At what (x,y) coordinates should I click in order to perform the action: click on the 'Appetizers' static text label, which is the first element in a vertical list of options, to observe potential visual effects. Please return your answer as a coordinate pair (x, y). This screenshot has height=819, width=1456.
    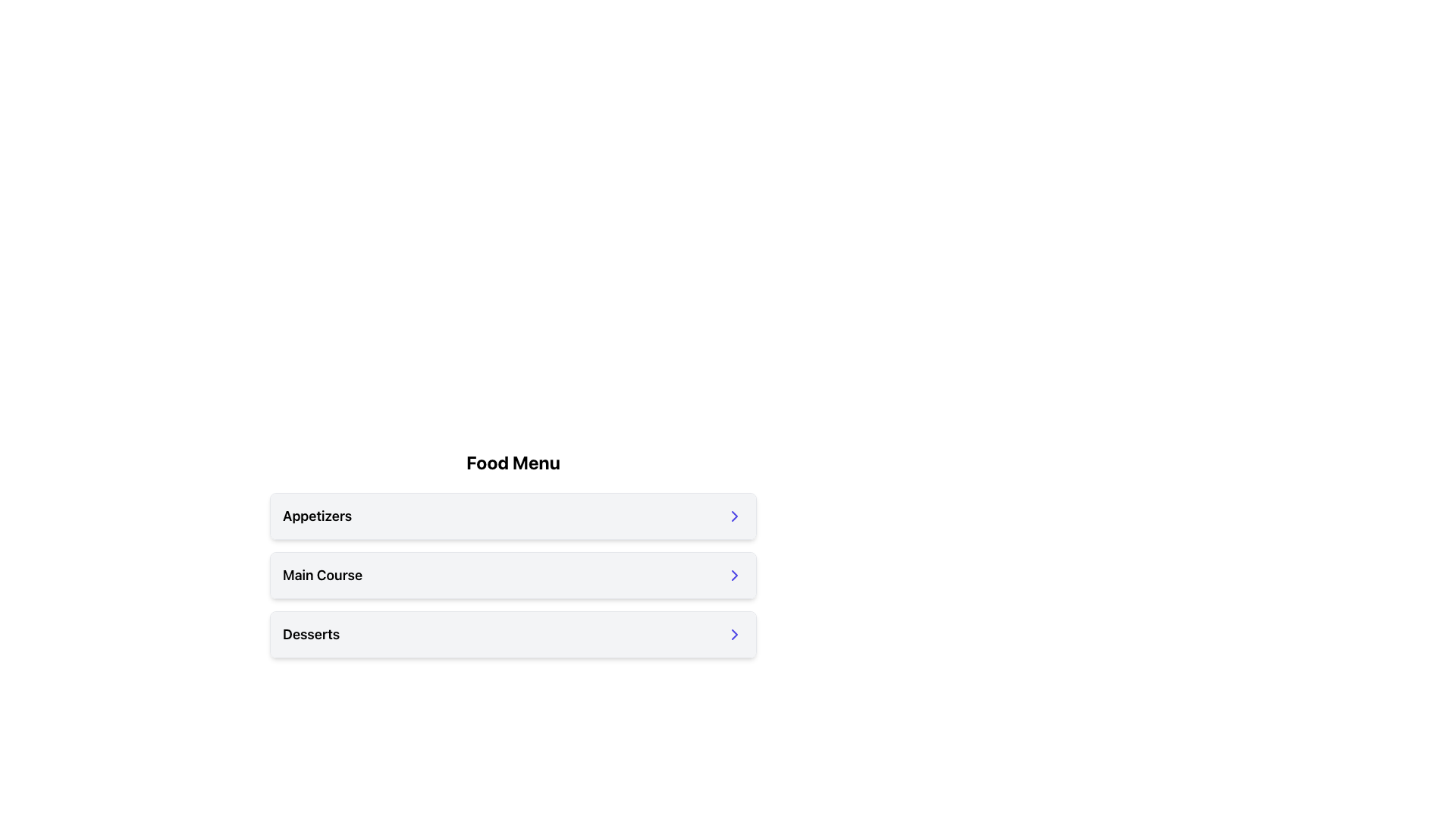
    Looking at the image, I should click on (316, 516).